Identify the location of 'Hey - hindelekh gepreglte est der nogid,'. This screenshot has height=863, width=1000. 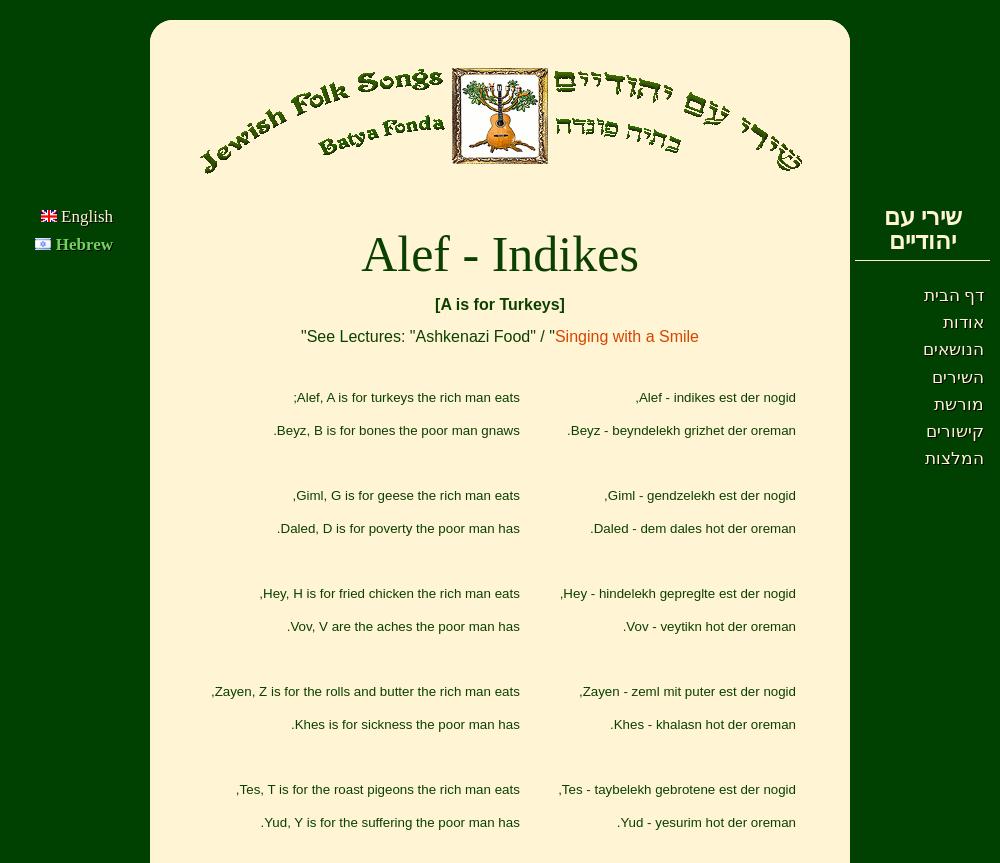
(559, 593).